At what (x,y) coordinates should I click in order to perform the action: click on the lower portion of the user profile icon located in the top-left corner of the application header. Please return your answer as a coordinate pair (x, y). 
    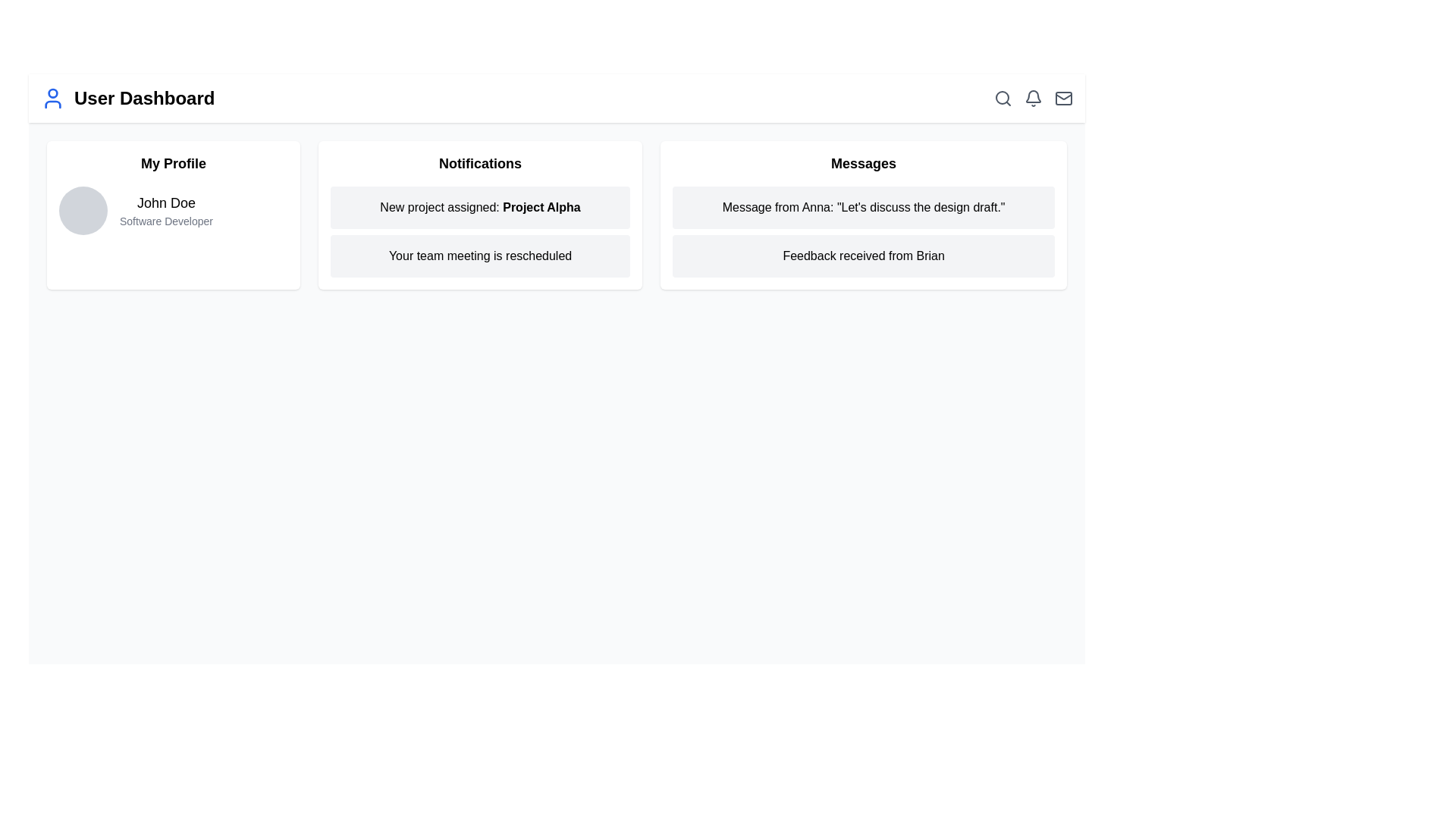
    Looking at the image, I should click on (53, 104).